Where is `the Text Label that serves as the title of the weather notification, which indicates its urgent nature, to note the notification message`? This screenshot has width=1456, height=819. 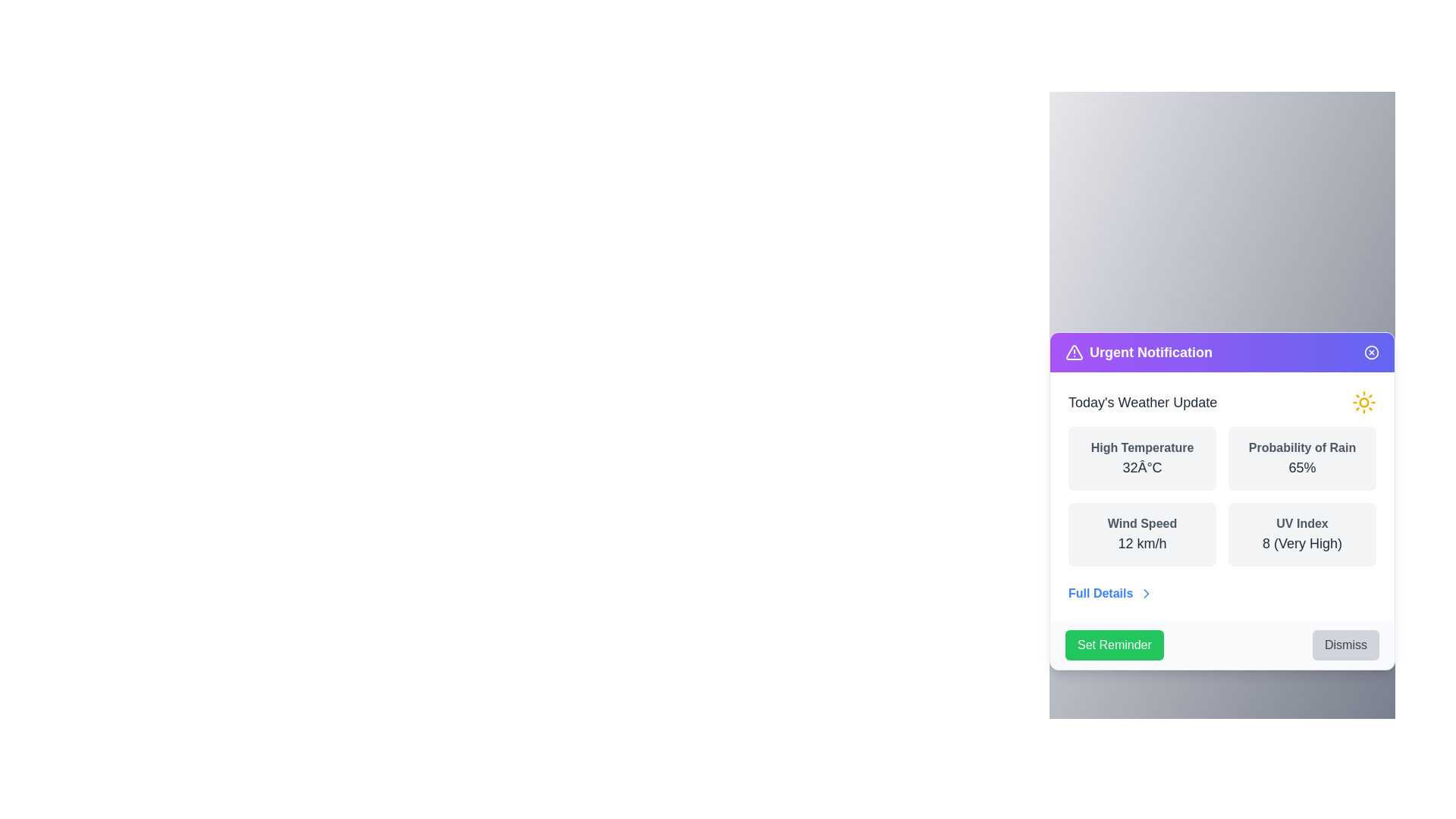 the Text Label that serves as the title of the weather notification, which indicates its urgent nature, to note the notification message is located at coordinates (1150, 353).